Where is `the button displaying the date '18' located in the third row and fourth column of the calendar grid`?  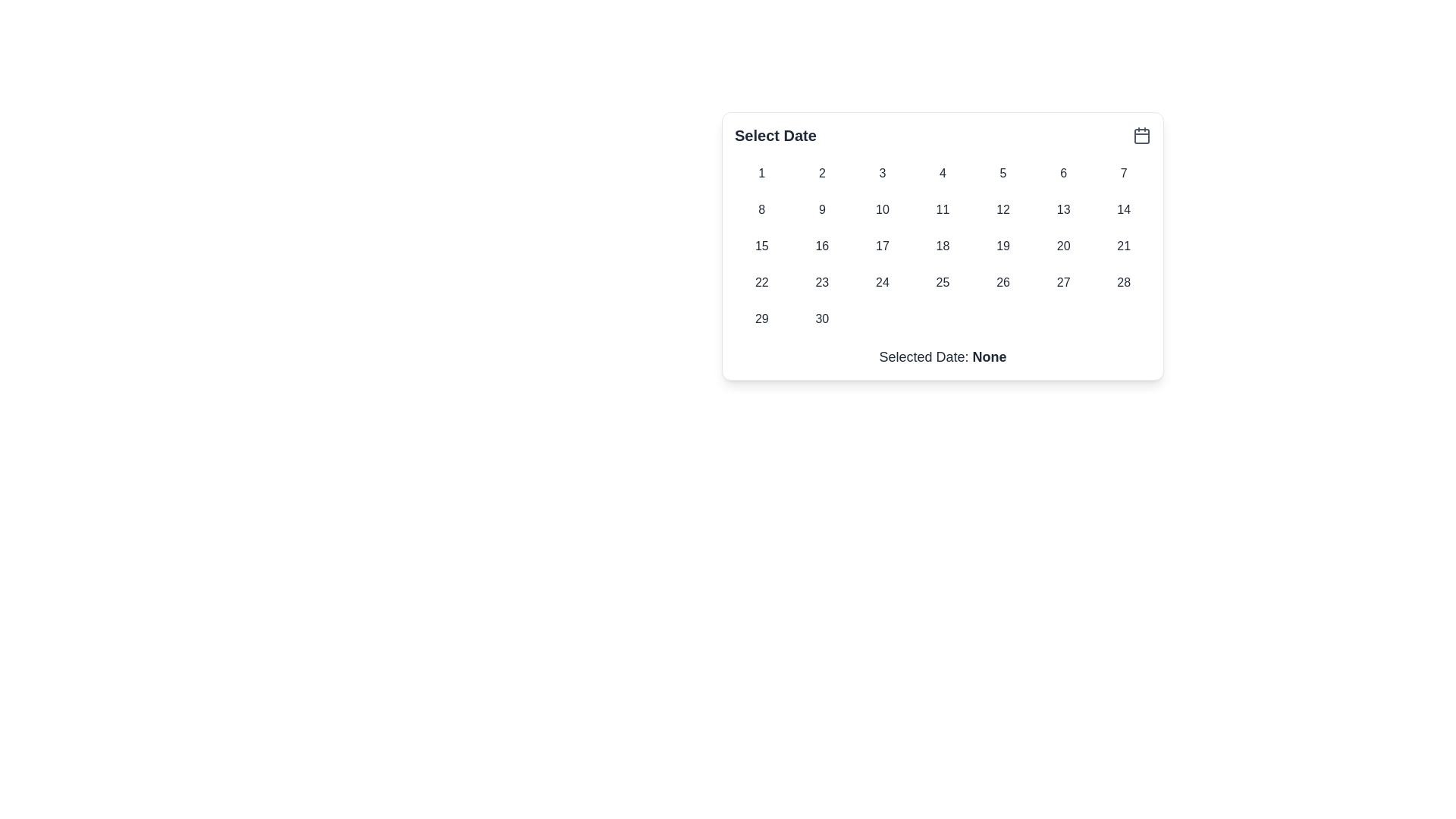
the button displaying the date '18' located in the third row and fourth column of the calendar grid is located at coordinates (942, 245).